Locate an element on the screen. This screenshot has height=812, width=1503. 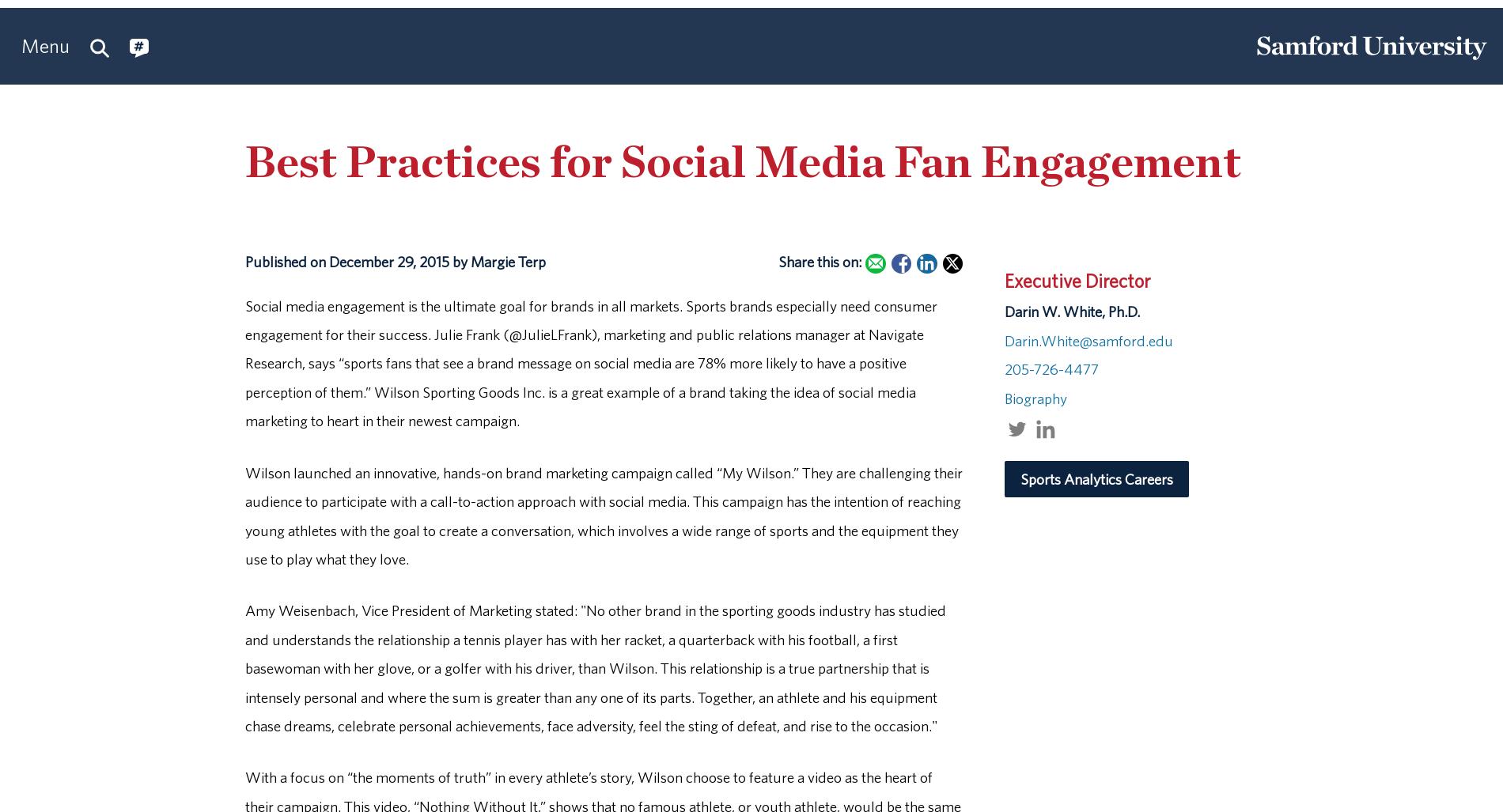
'Menu' is located at coordinates (21, 45).